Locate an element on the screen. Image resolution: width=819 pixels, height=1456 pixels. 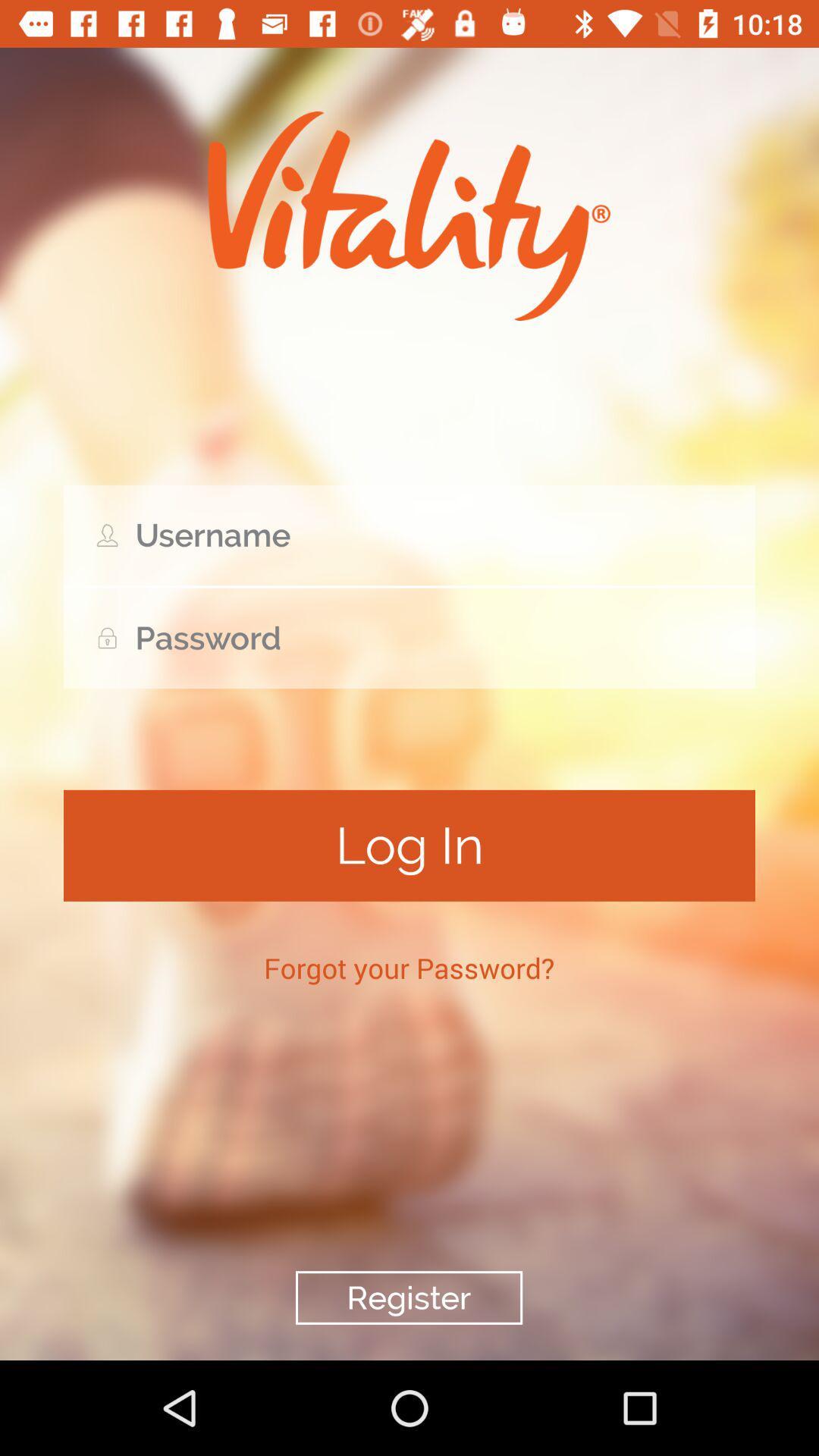
log in is located at coordinates (409, 845).